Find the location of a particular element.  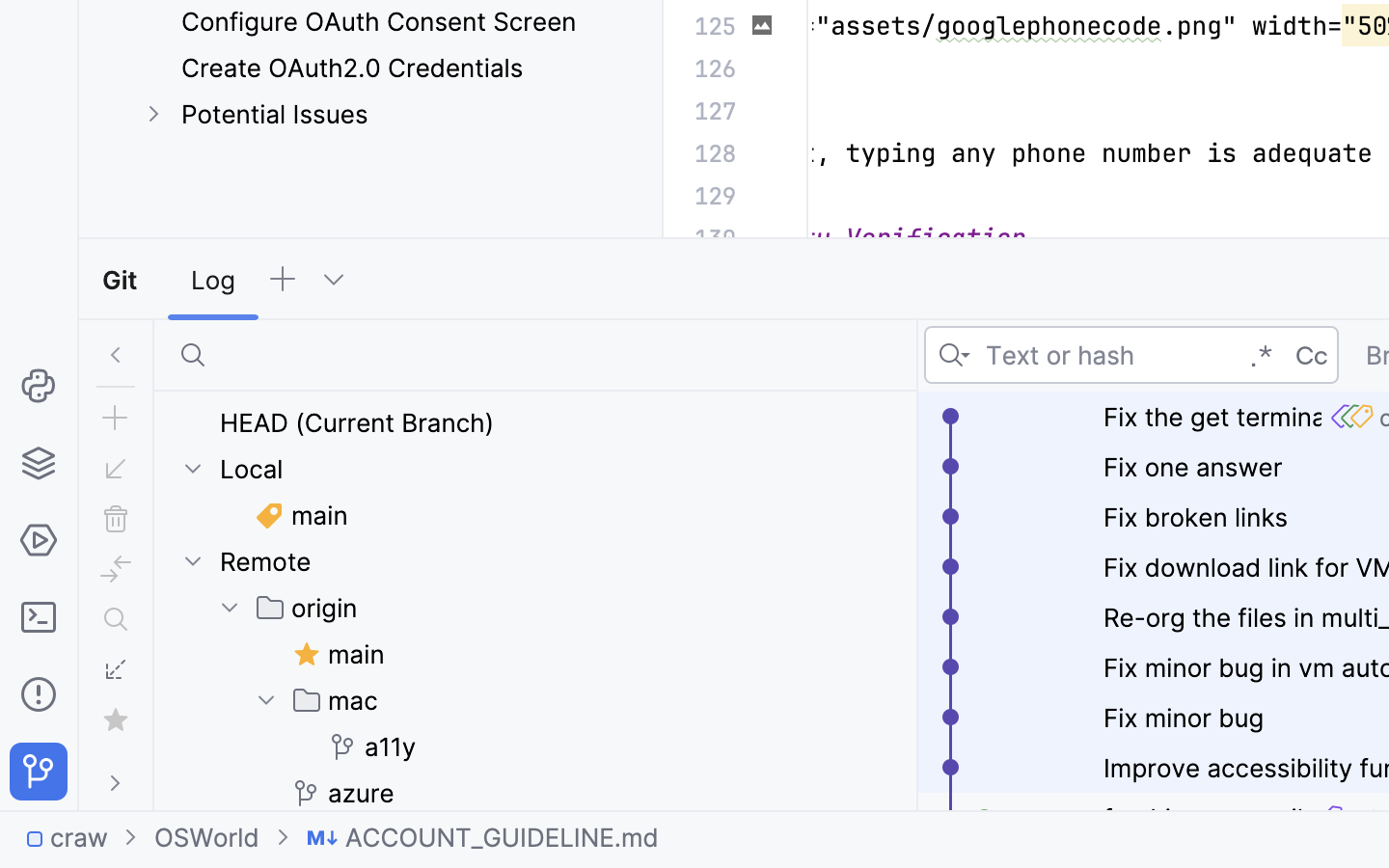

'Log' is located at coordinates (213, 278).